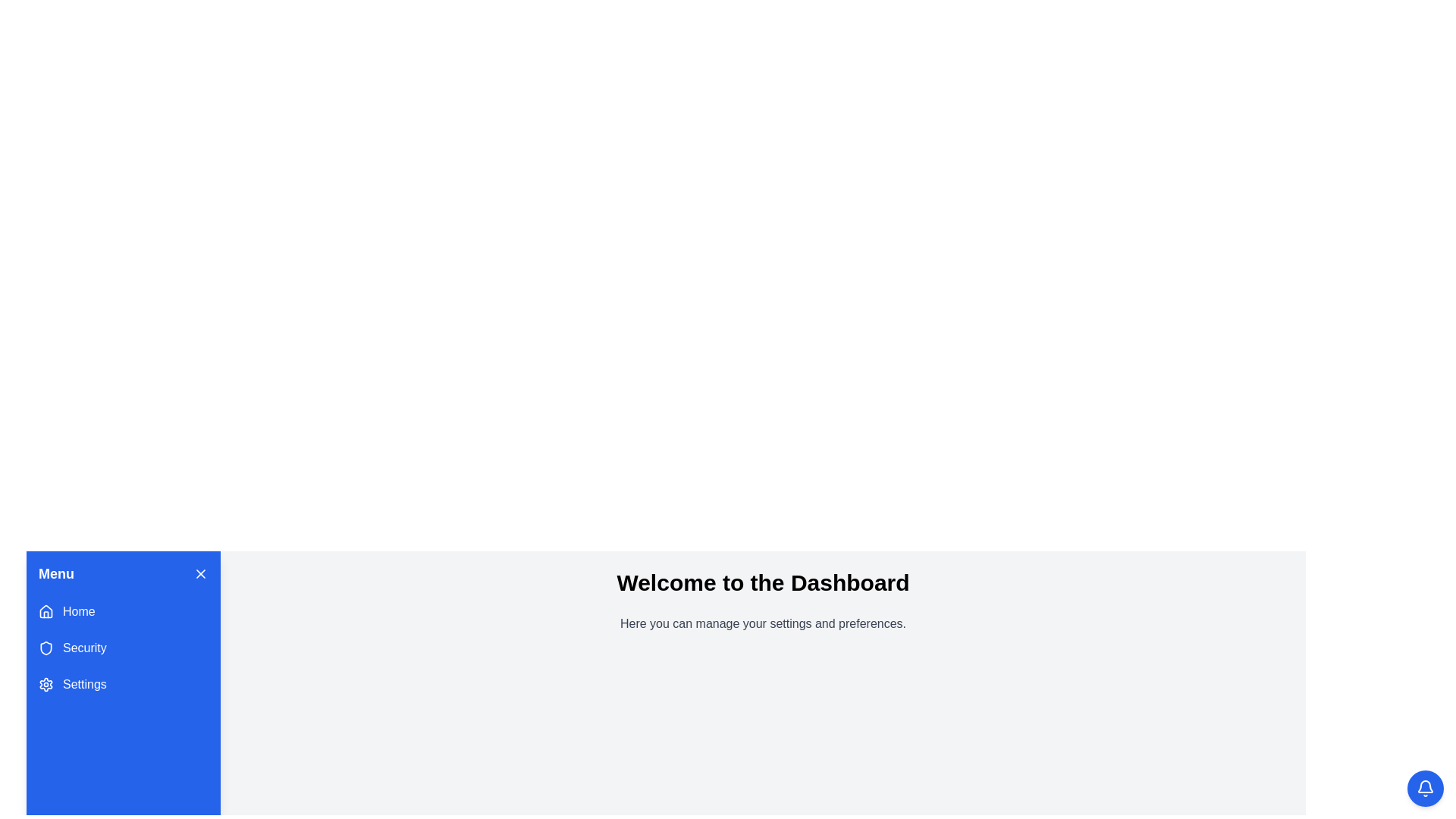 The height and width of the screenshot is (819, 1456). Describe the element at coordinates (46, 610) in the screenshot. I see `the home navigation button icon, which is a 24x24 pixel SVG styled as a simple line drawing of a house, located on the blue sidebar of the vertical menu` at that location.